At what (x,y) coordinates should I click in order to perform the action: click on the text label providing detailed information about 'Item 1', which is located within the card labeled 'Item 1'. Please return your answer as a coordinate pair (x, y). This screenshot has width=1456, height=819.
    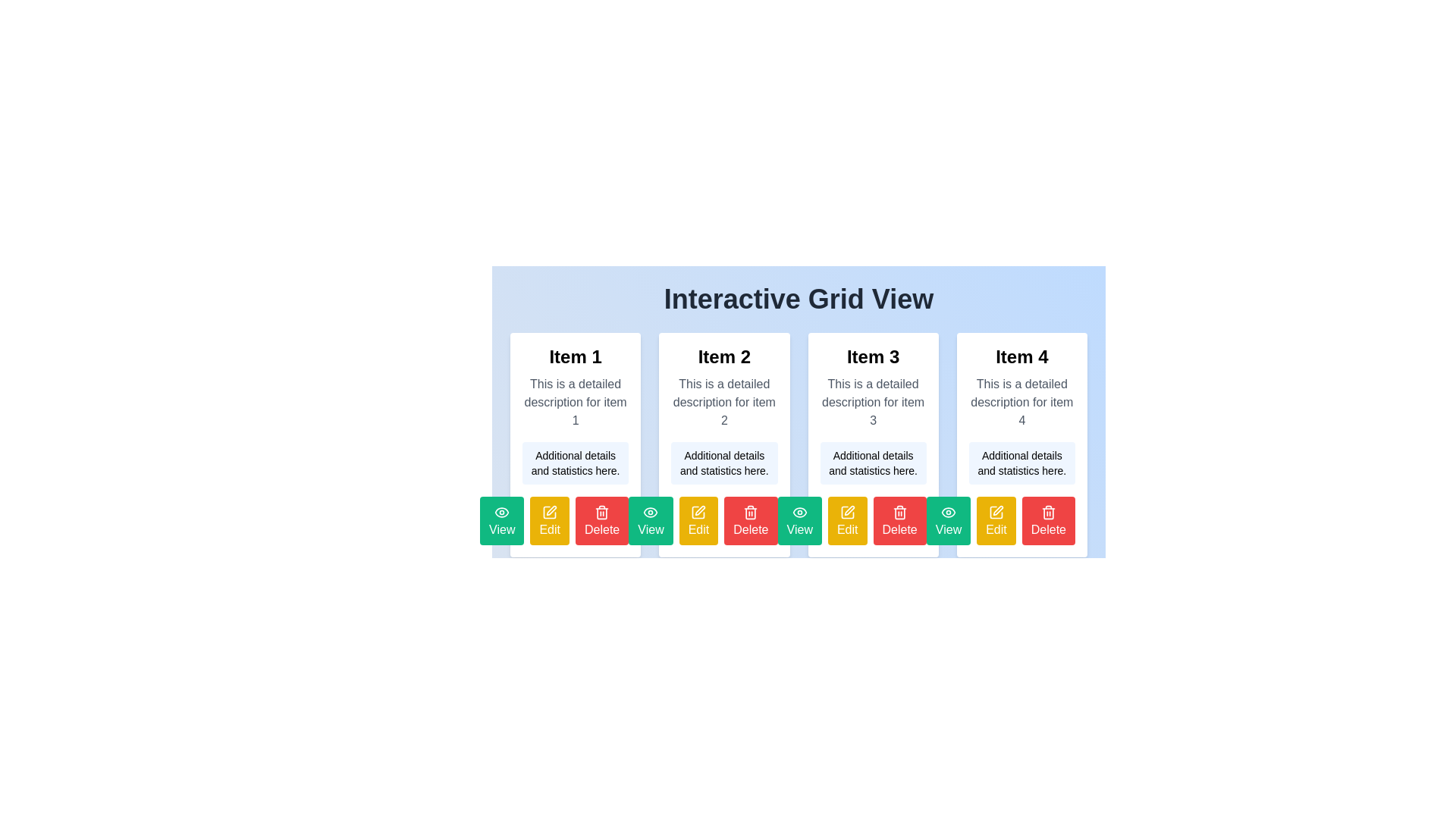
    Looking at the image, I should click on (575, 402).